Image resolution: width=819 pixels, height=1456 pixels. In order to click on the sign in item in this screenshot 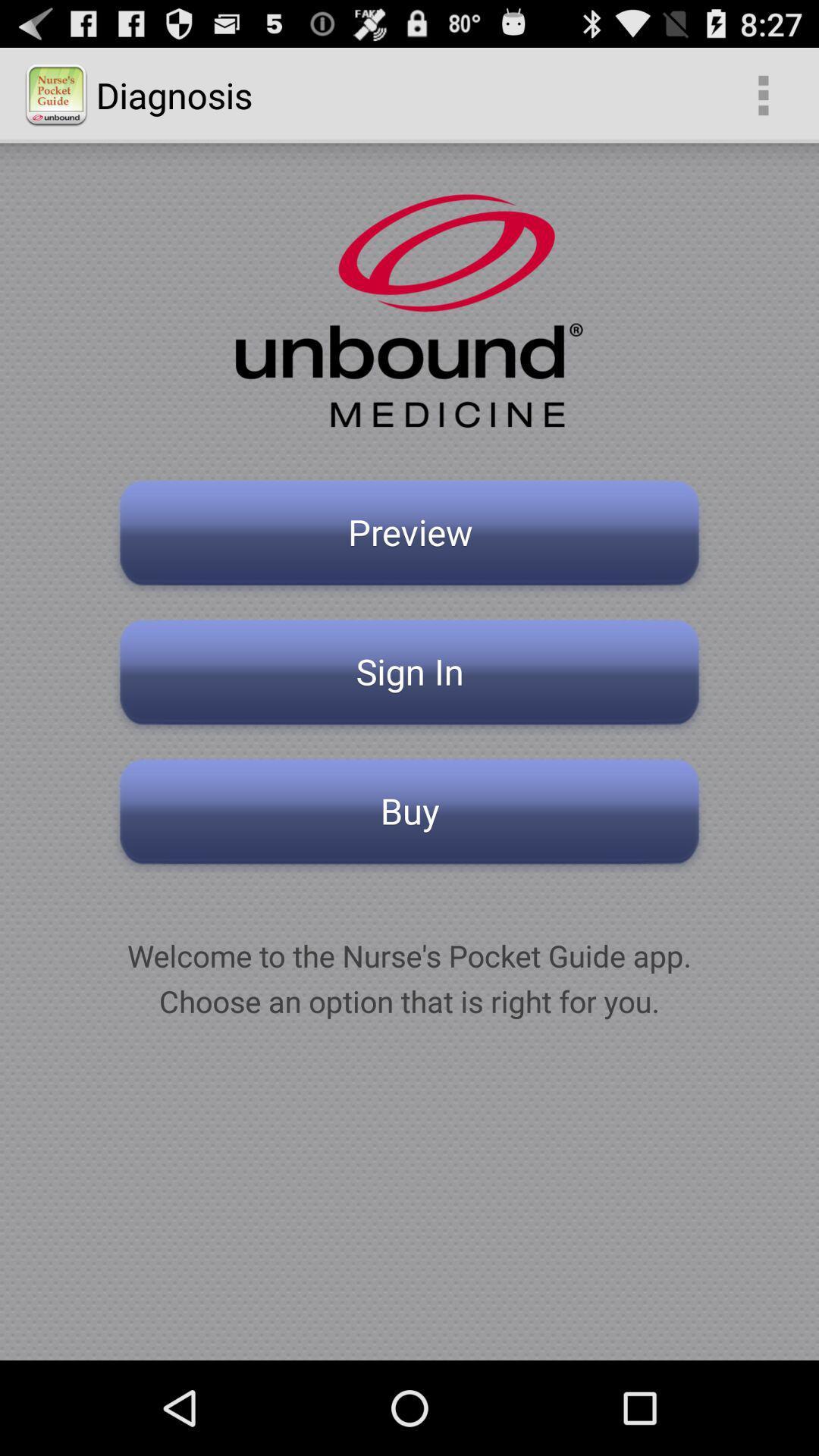, I will do `click(409, 676)`.